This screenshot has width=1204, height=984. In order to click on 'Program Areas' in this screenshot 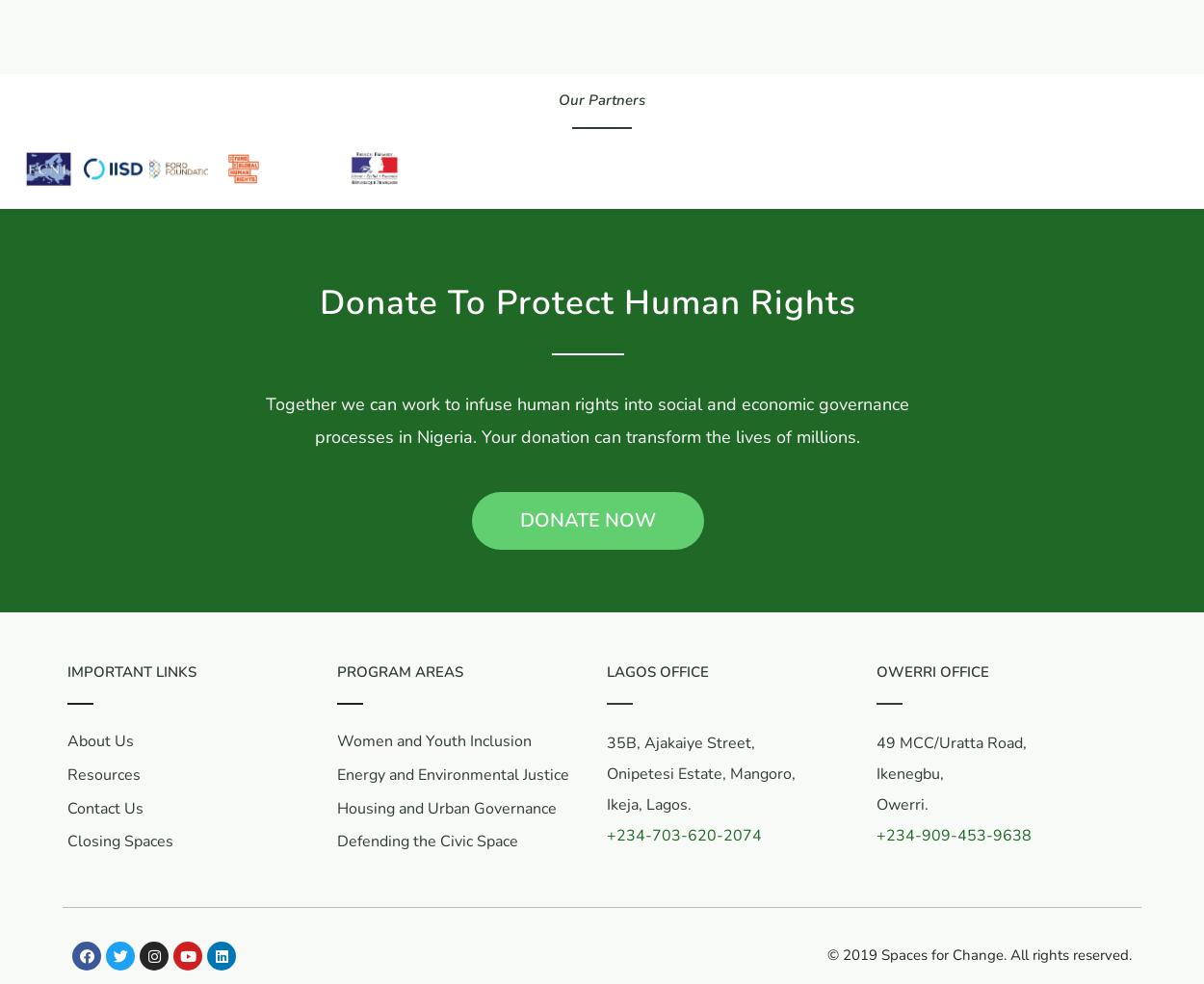, I will do `click(400, 672)`.